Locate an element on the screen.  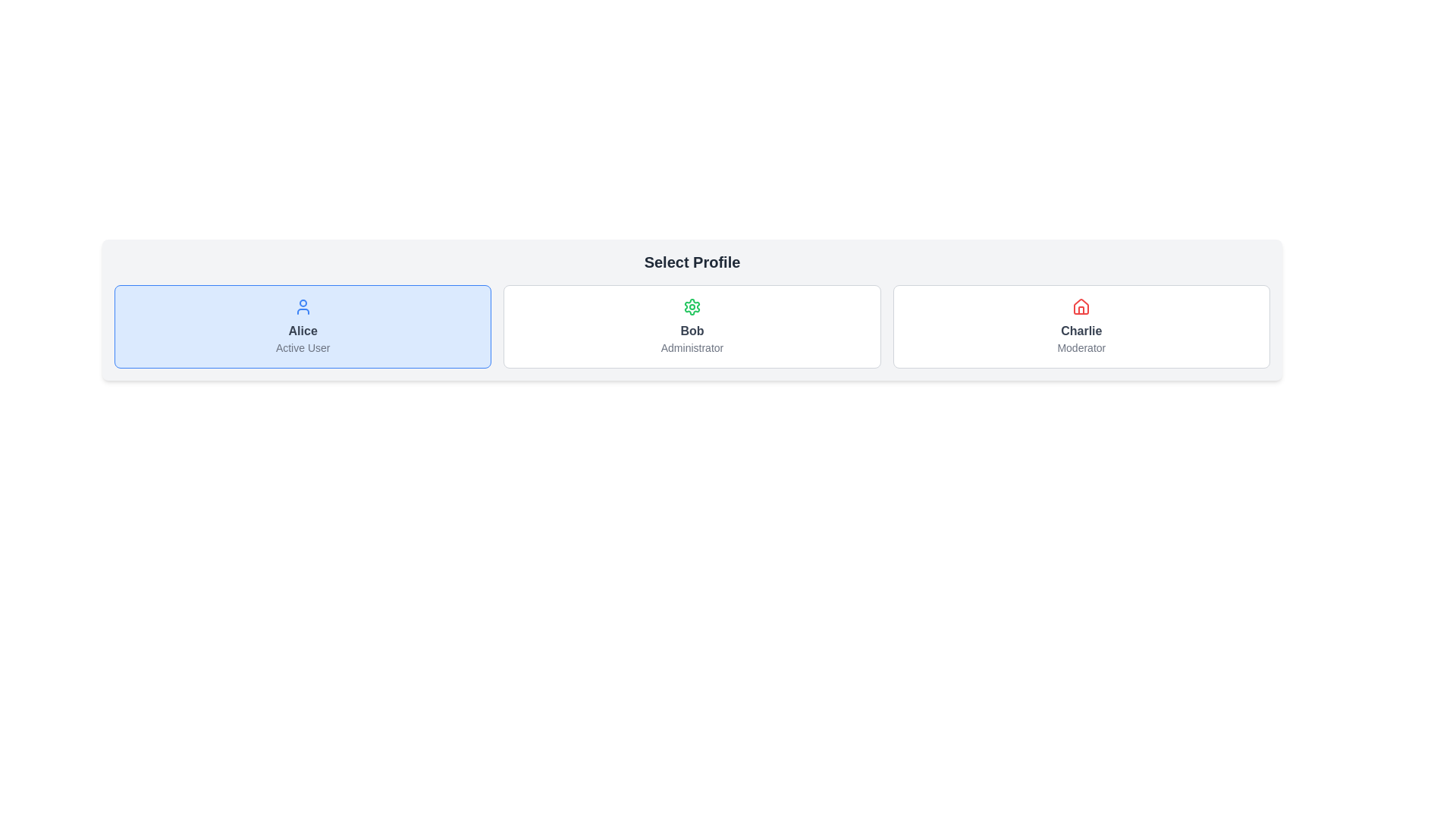
the green settings icon with a gear outline located above the text 'Bob Administrator' in the profile card is located at coordinates (691, 307).